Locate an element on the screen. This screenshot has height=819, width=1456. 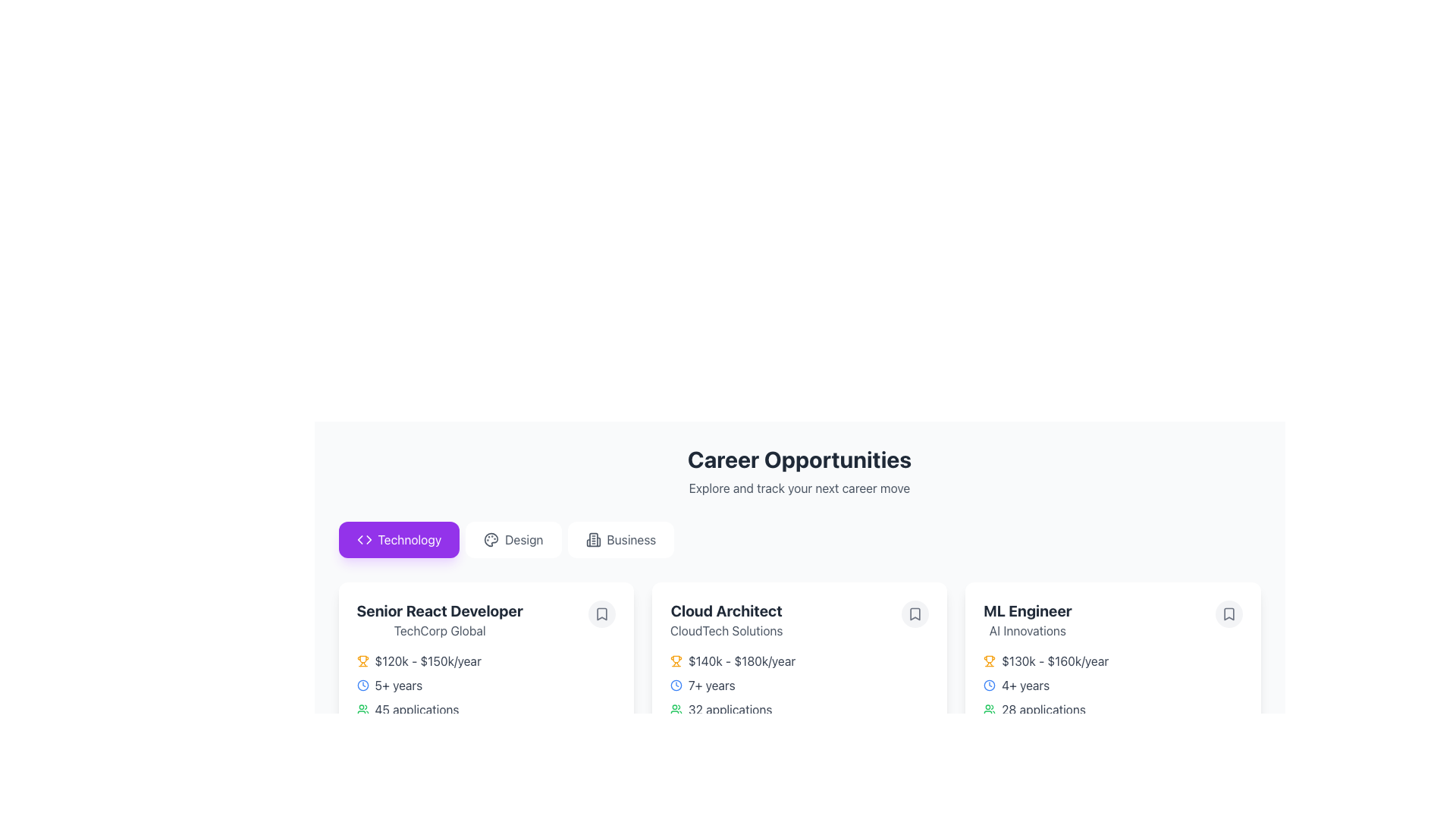
the text label displaying the salary range for the job role in the job listing card, located immediately to the right of the amber trophy icon is located at coordinates (427, 660).